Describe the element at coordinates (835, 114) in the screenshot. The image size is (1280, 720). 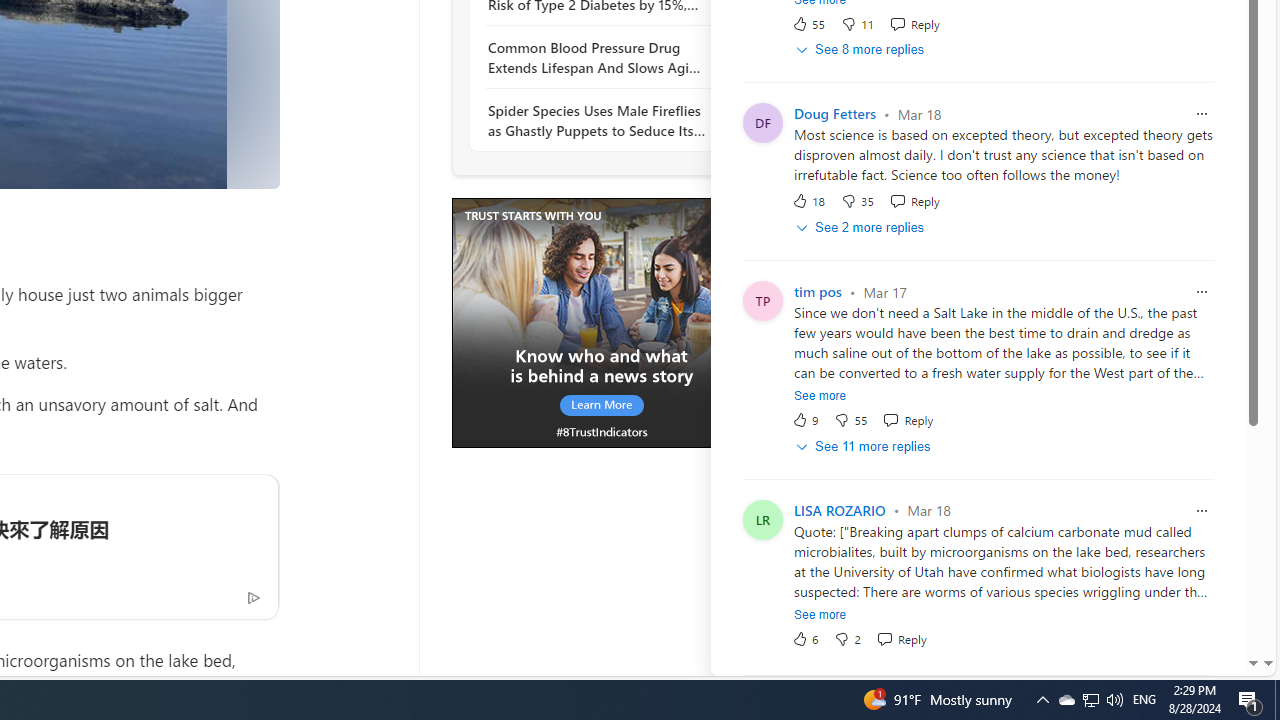
I see `'Doug Fetters'` at that location.